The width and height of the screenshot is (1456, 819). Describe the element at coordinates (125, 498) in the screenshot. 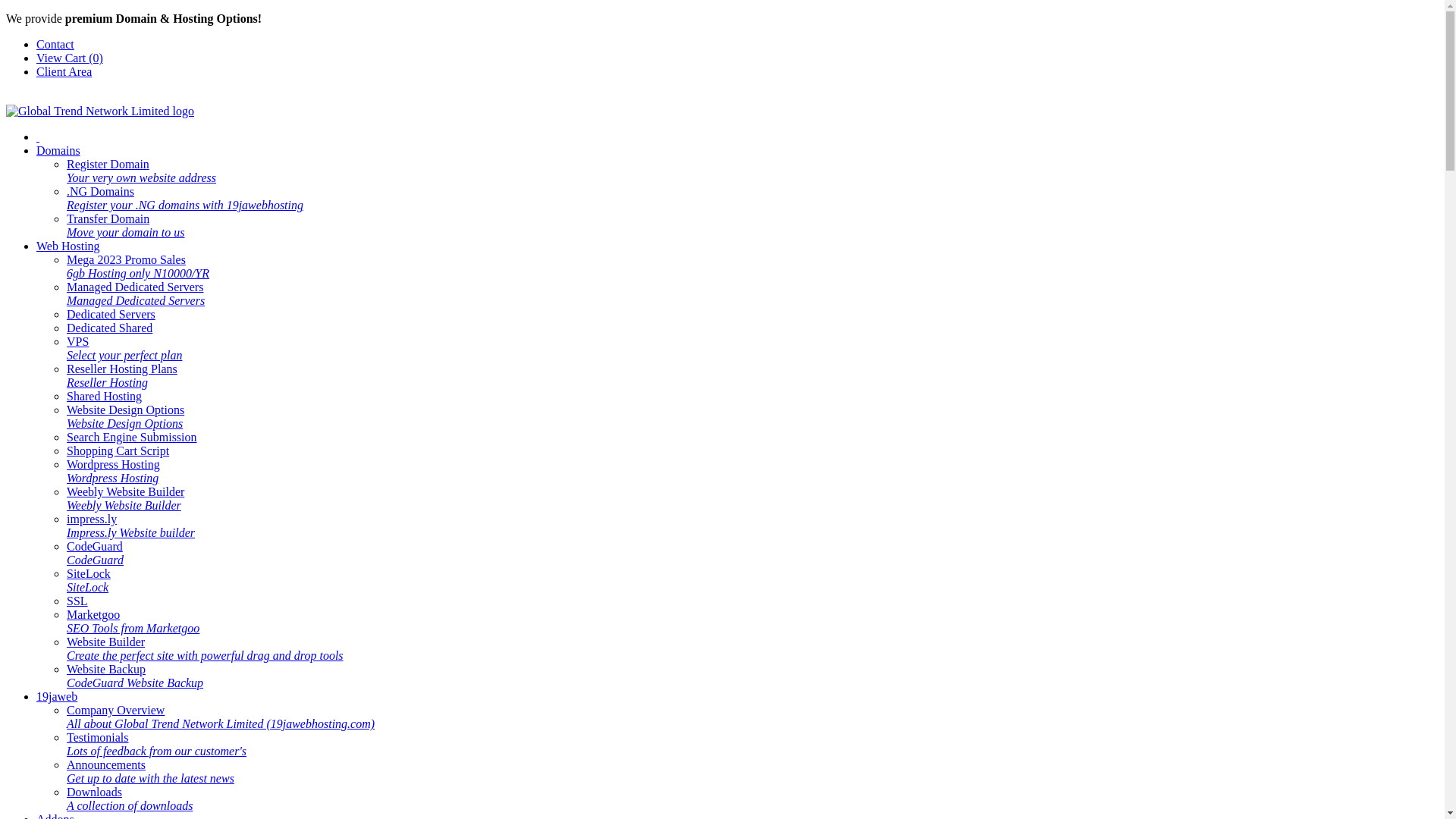

I see `'Weebly Website Builder` at that location.